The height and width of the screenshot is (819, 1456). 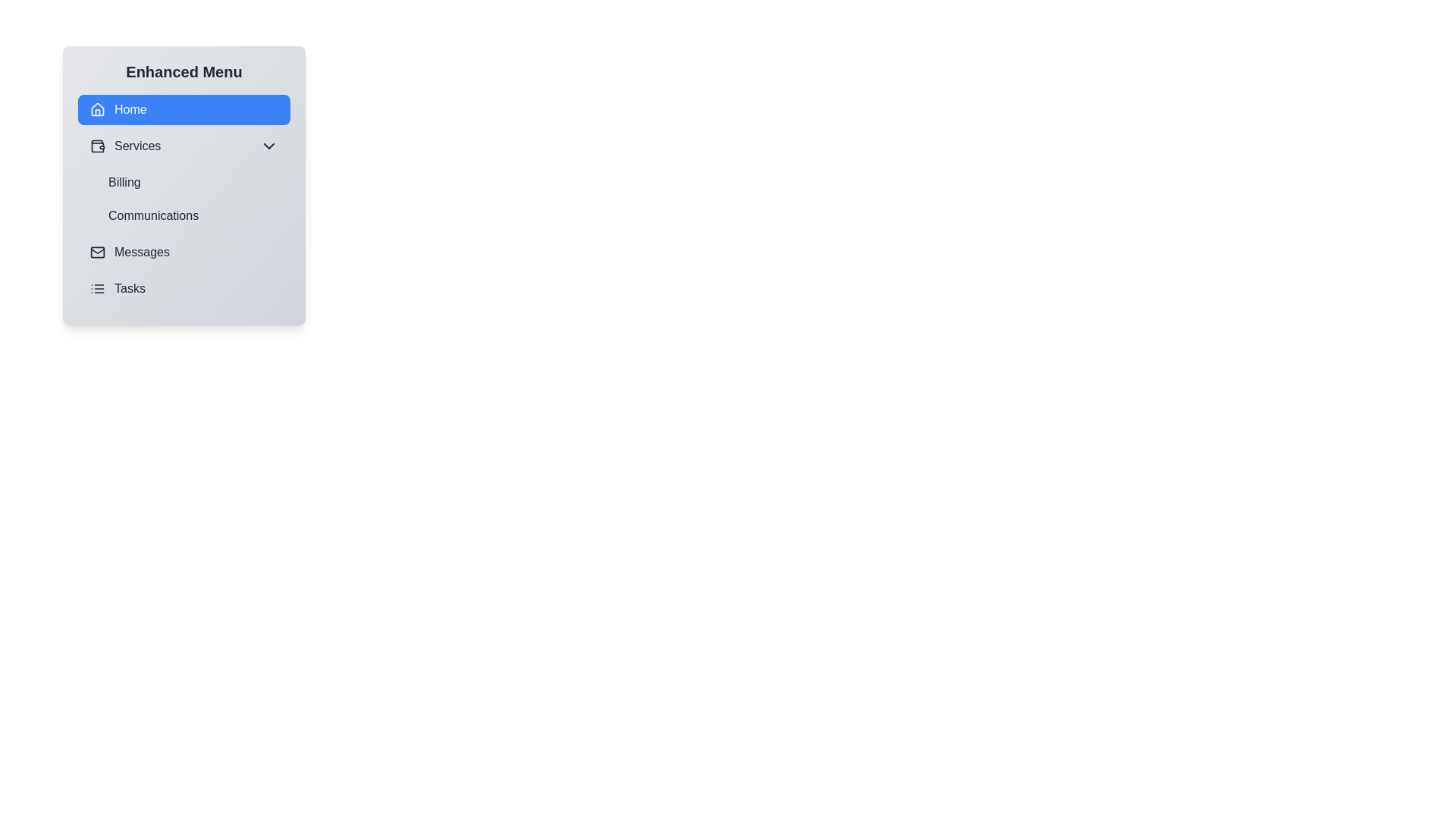 I want to click on static text header that displays 'Enhanced Menu', which is bold and positioned at the top of a light gray menu box, so click(x=184, y=72).